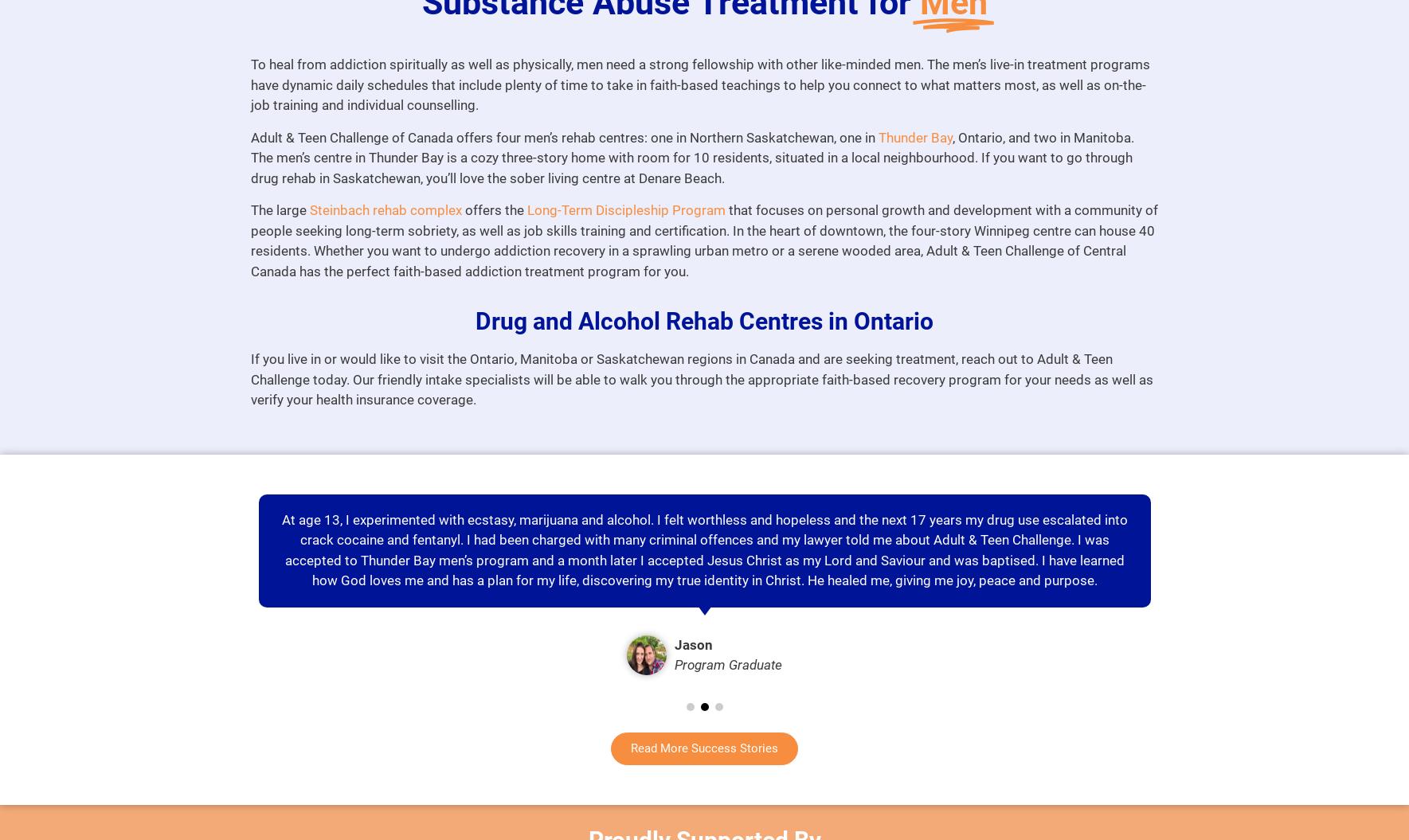 Image resolution: width=1409 pixels, height=840 pixels. Describe the element at coordinates (700, 379) in the screenshot. I see `'If you live in or would like to visit the Ontario, Manitoba or Saskatchewan regions in Canada and are seeking treatment, reach out to Adult & Teen Challenge today. Our friendly intake specialists will be able to walk you through the appropriate faith-based recovery program for your needs as well as verify your health insurance coverage.'` at that location.